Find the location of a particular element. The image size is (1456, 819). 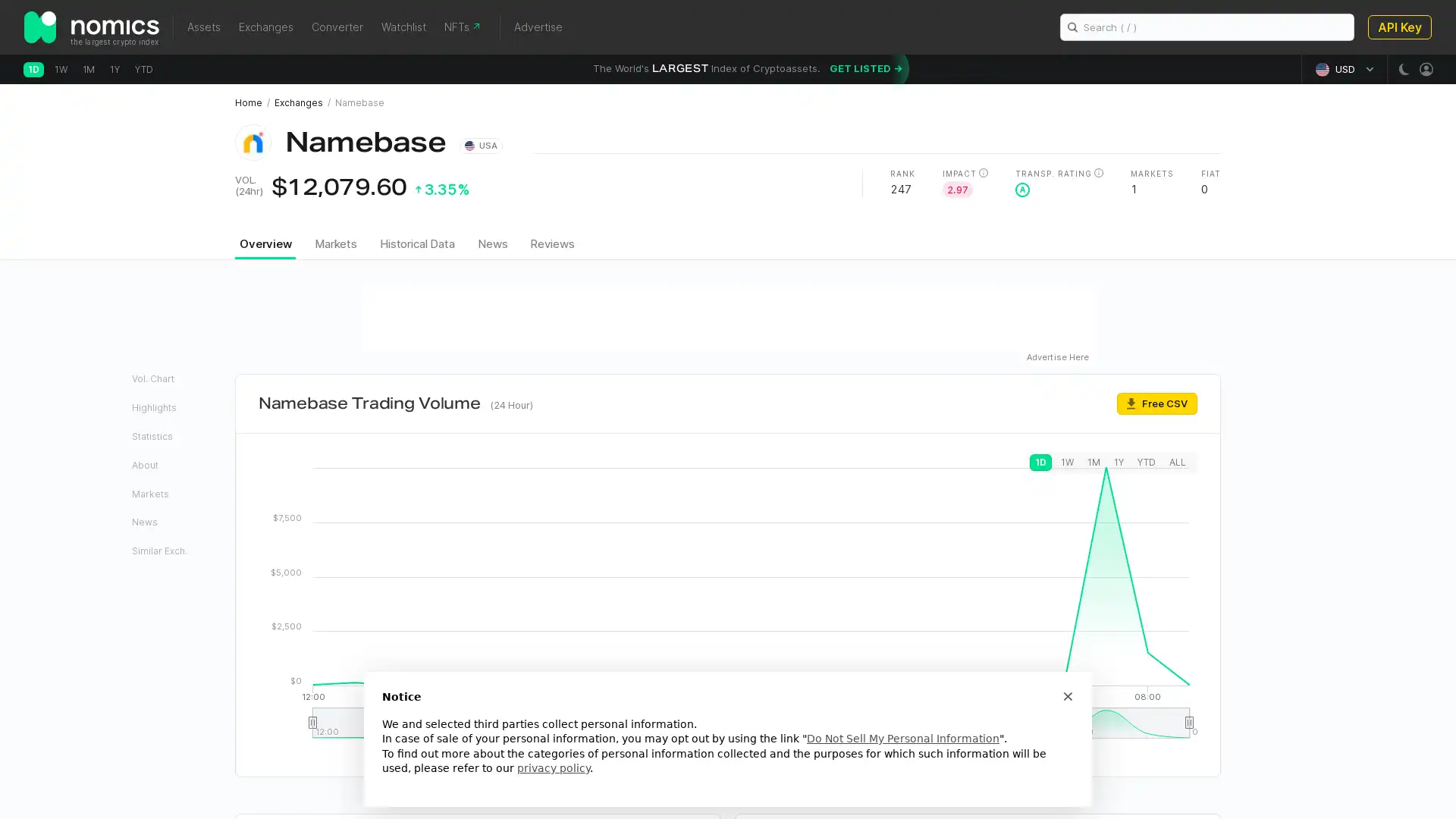

Free CSV is located at coordinates (1156, 402).